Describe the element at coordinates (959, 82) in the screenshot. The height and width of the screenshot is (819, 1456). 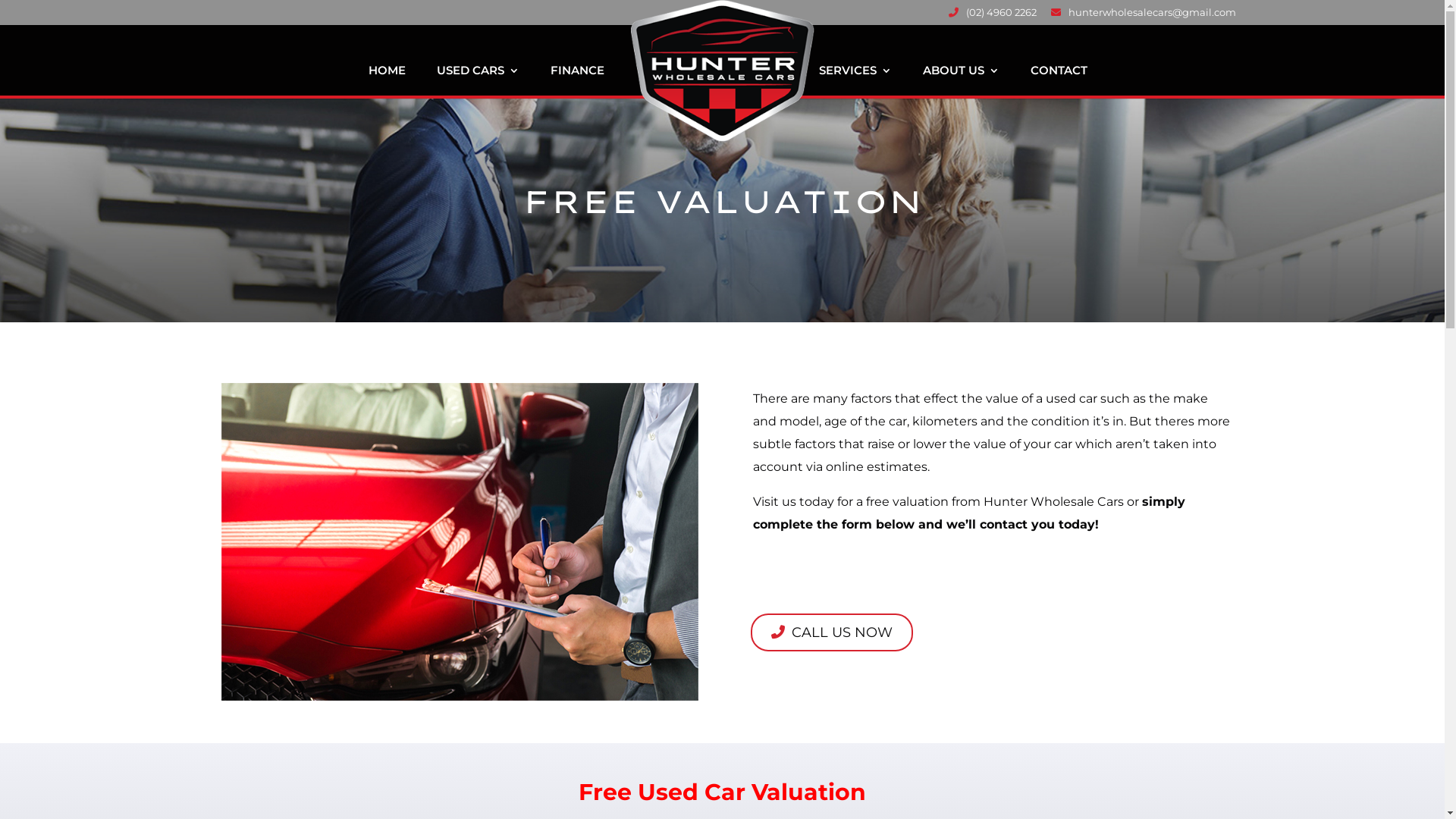
I see `'ABOUT US'` at that location.